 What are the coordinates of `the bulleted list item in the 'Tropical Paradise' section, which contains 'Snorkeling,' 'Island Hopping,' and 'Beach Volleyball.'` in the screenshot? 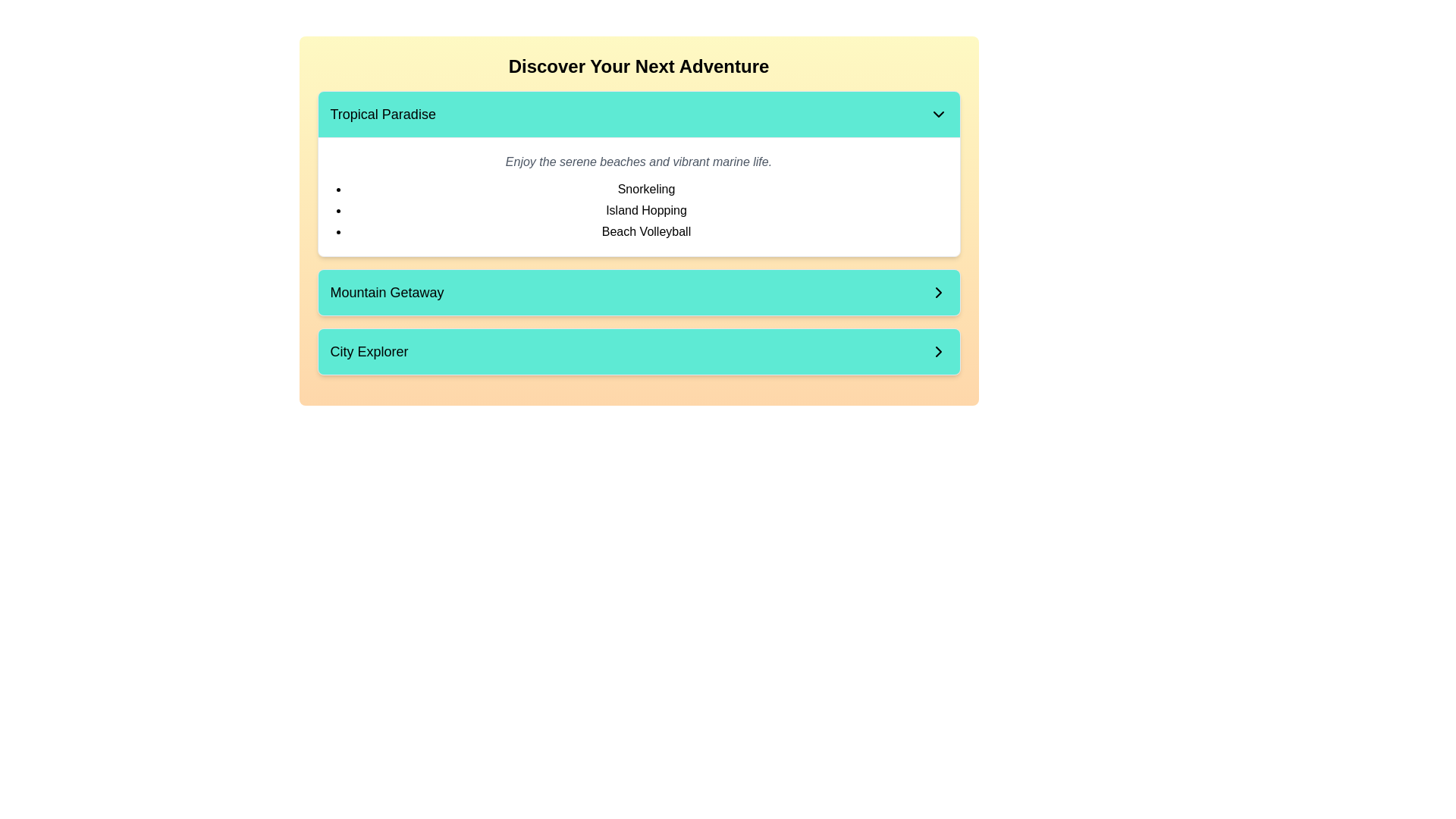 It's located at (639, 210).